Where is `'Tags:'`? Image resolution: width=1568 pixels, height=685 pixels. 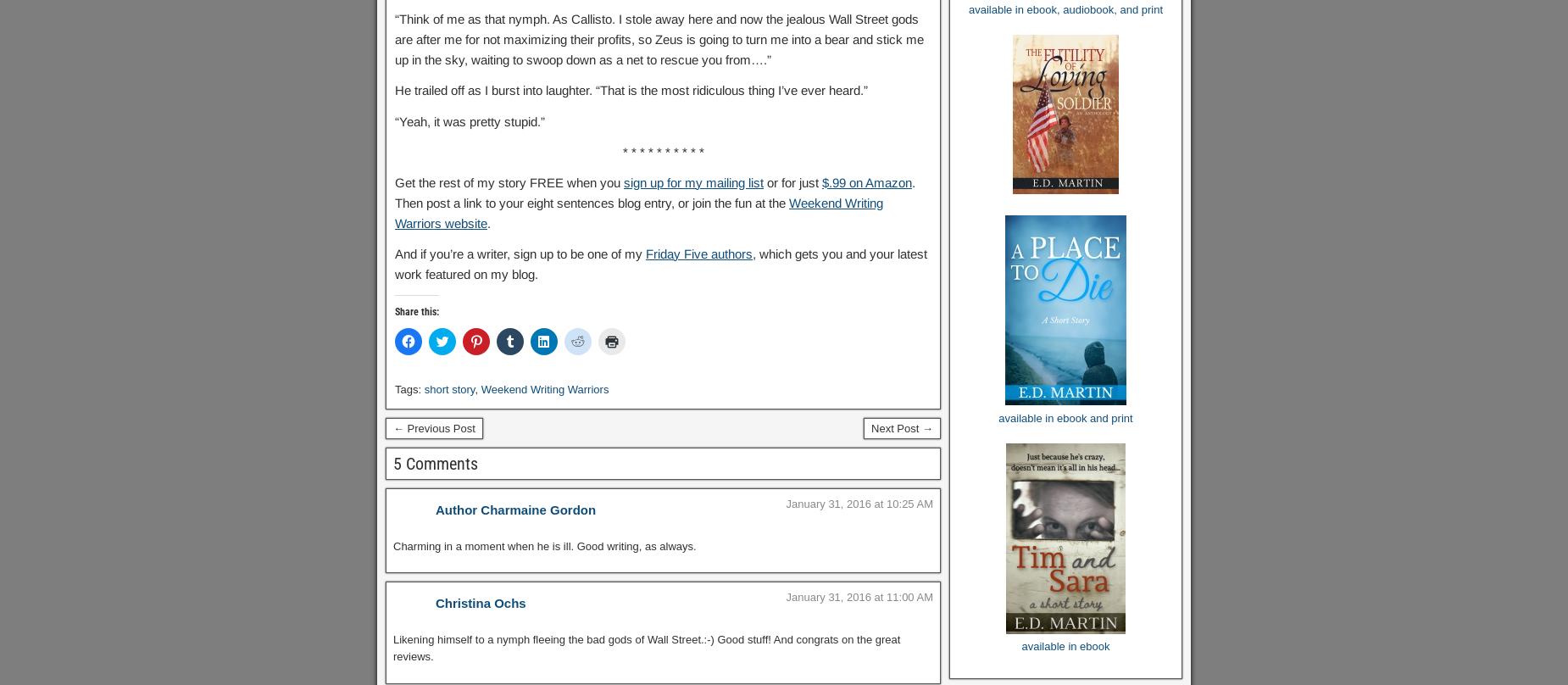 'Tags:' is located at coordinates (409, 389).